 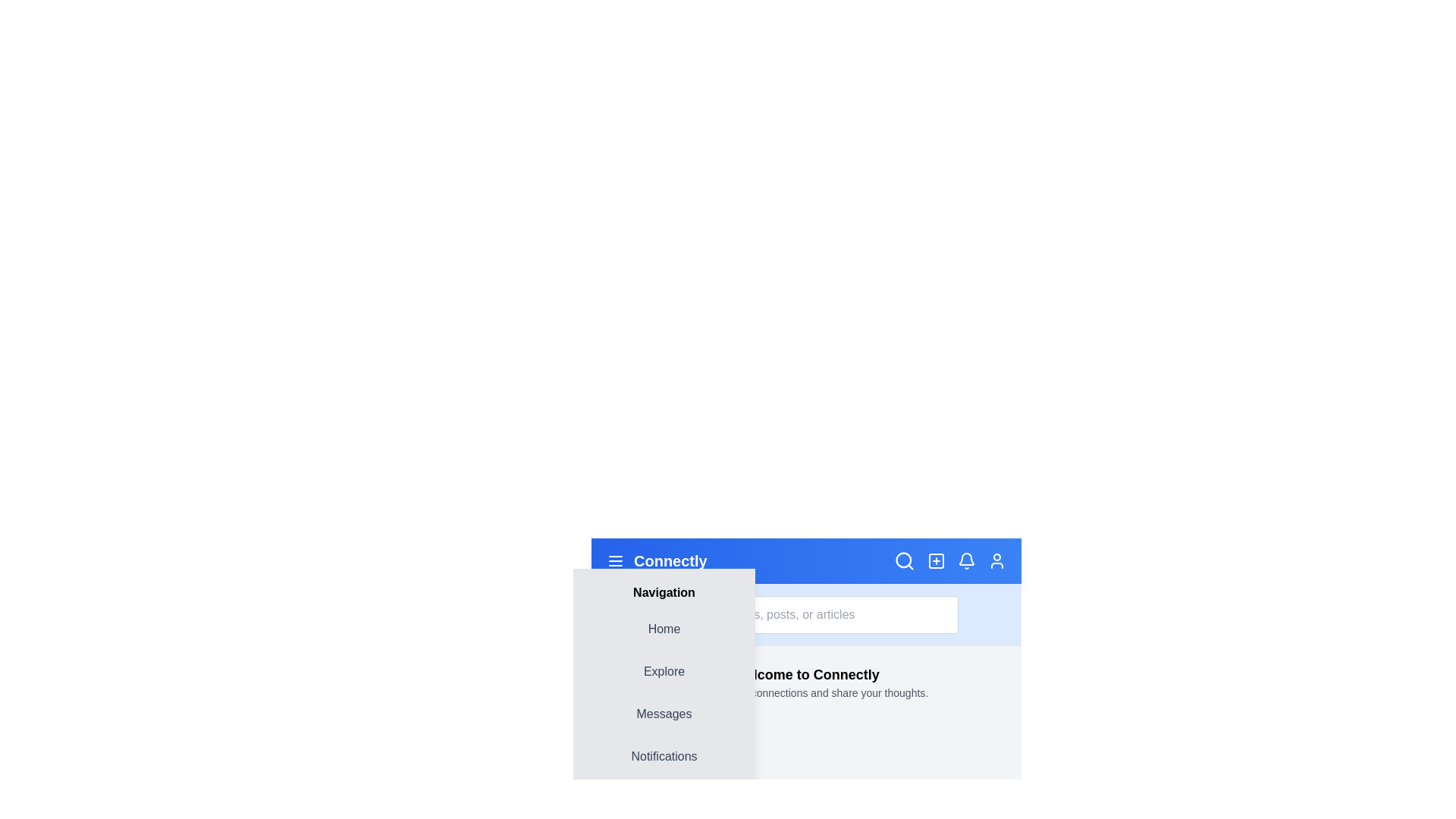 I want to click on the navigation menu item Messages, so click(x=664, y=714).